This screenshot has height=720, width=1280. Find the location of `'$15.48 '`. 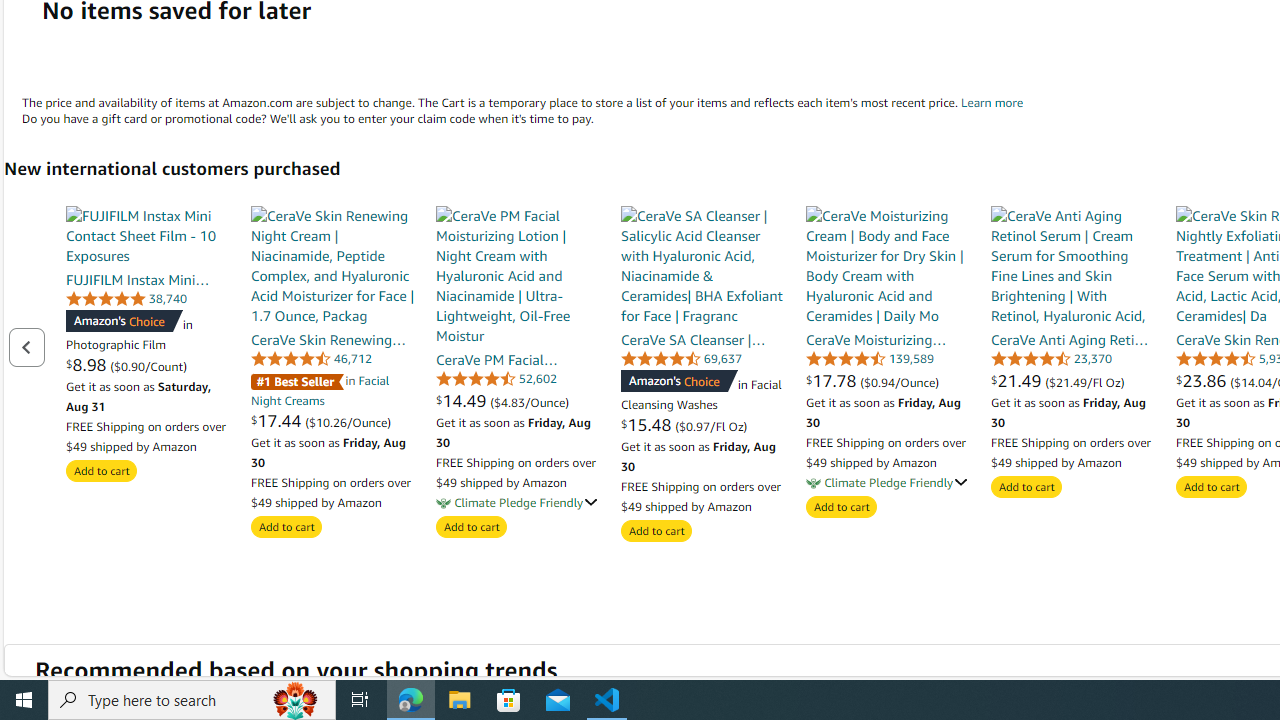

'$15.48 ' is located at coordinates (648, 423).